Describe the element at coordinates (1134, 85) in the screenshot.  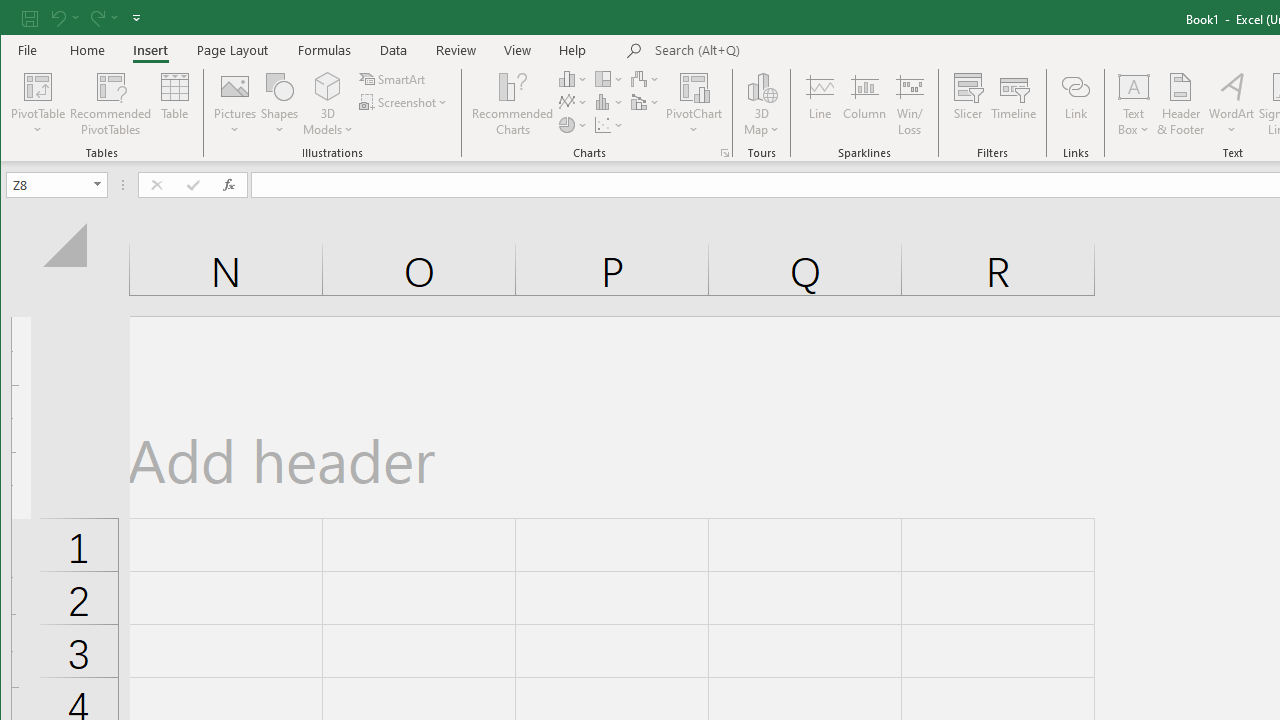
I see `'Draw Horizontal Text Box'` at that location.